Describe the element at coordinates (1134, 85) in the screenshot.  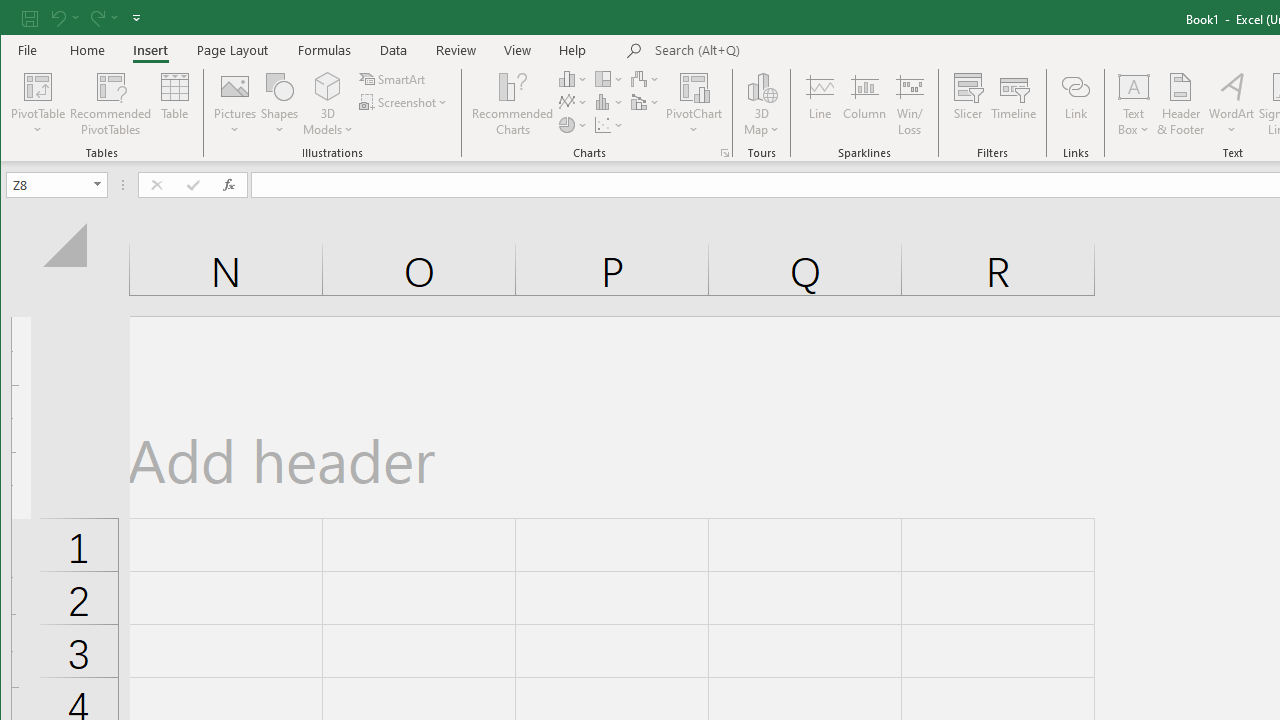
I see `'Draw Horizontal Text Box'` at that location.